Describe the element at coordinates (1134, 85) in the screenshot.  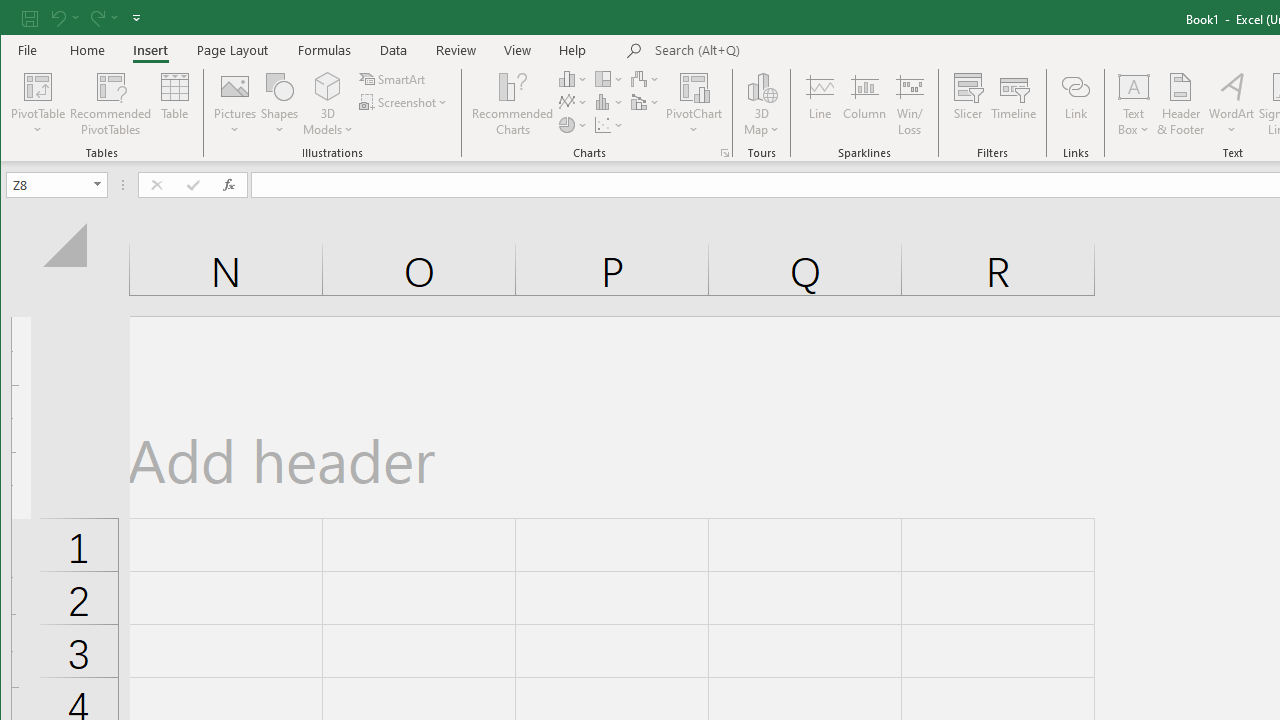
I see `'Draw Horizontal Text Box'` at that location.